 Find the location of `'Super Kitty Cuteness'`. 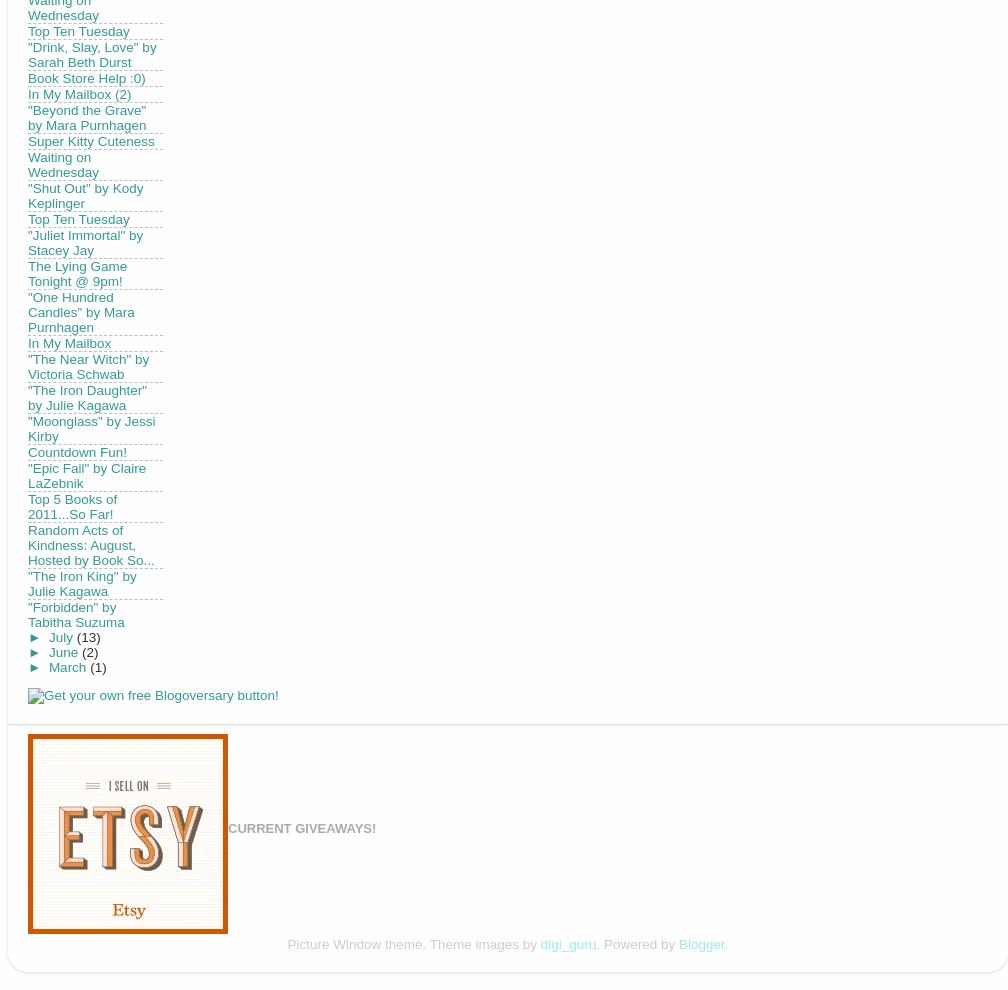

'Super Kitty Cuteness' is located at coordinates (91, 139).